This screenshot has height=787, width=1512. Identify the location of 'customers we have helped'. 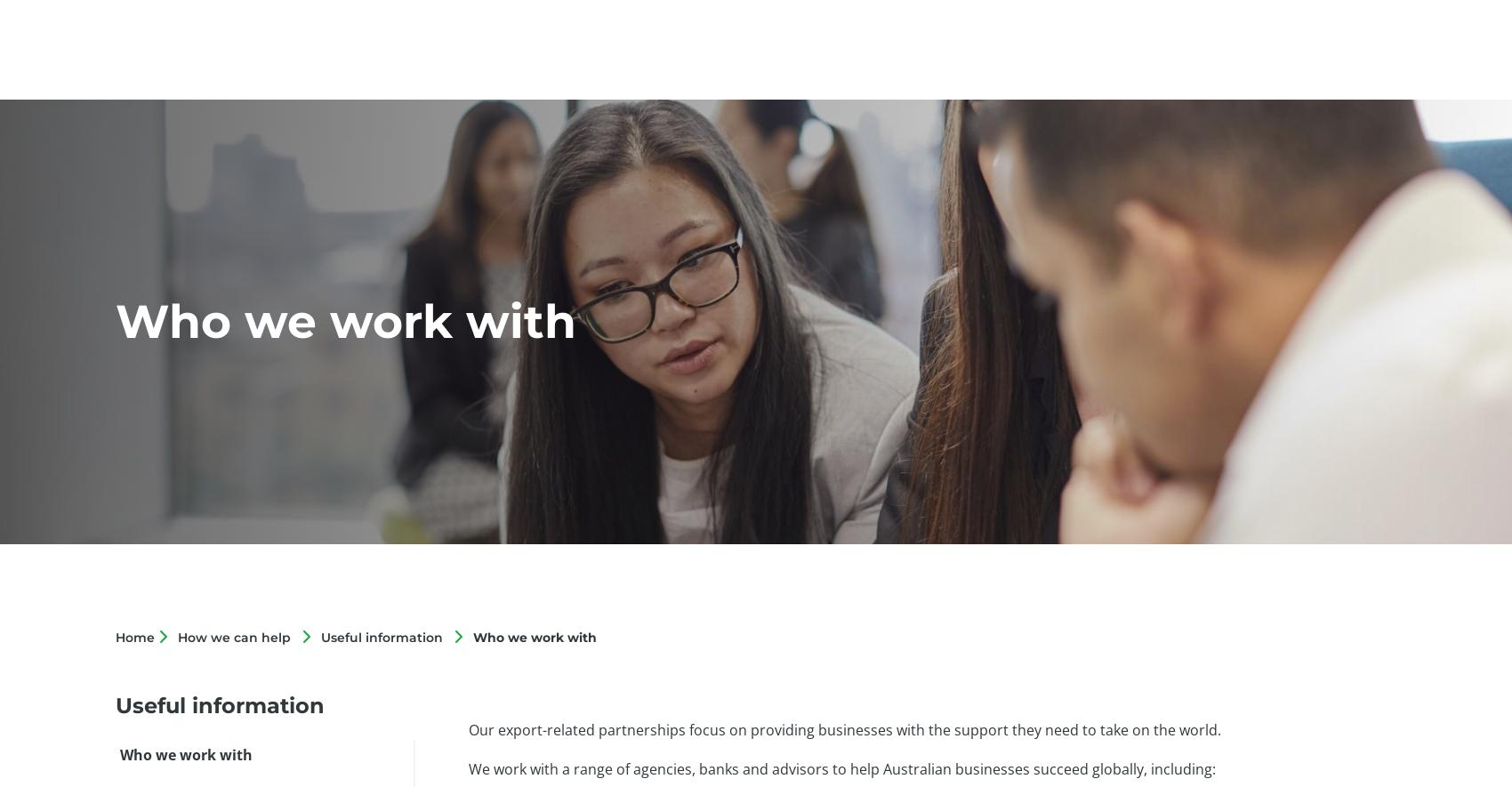
(664, 696).